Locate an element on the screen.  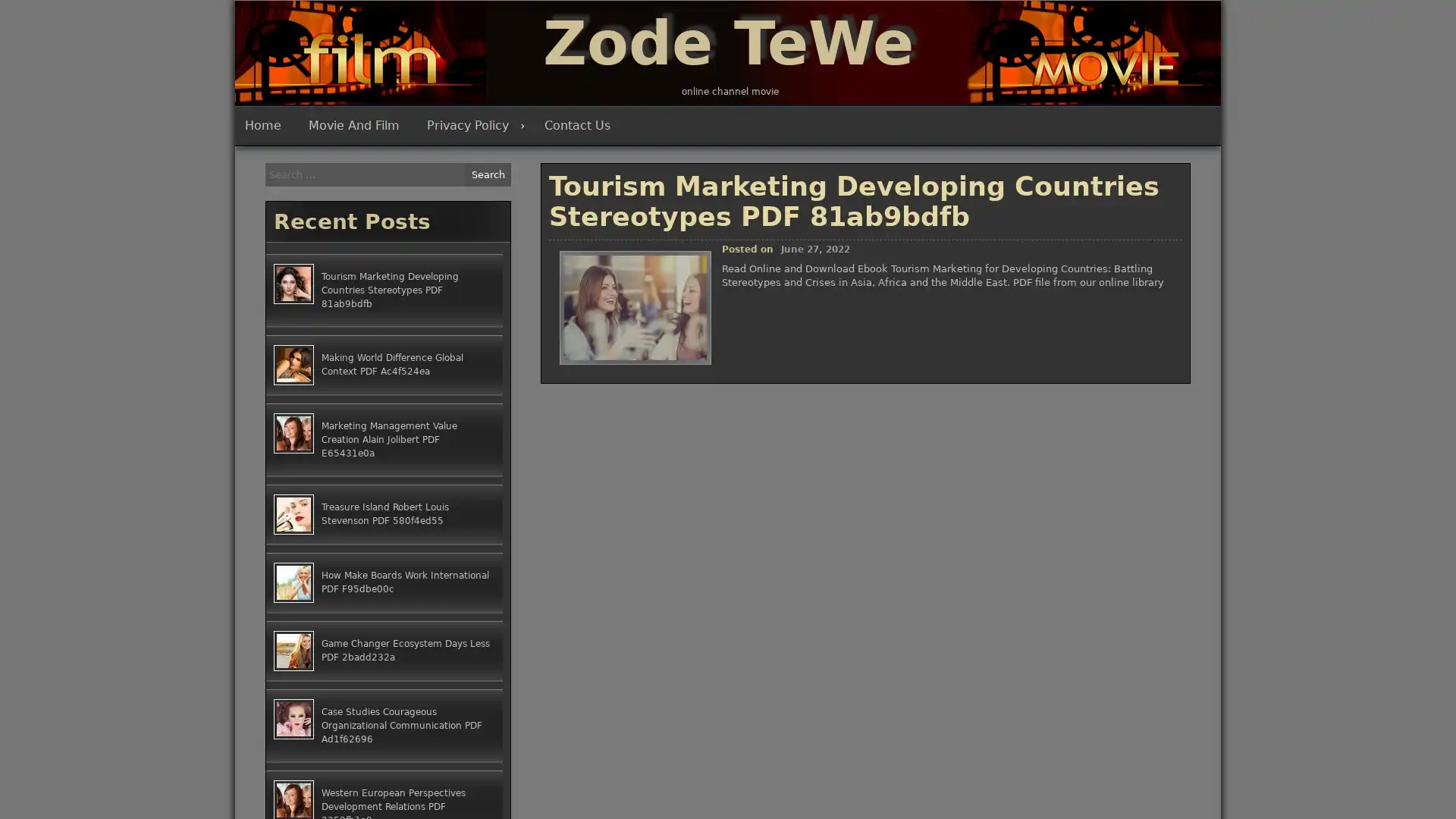
Search is located at coordinates (488, 174).